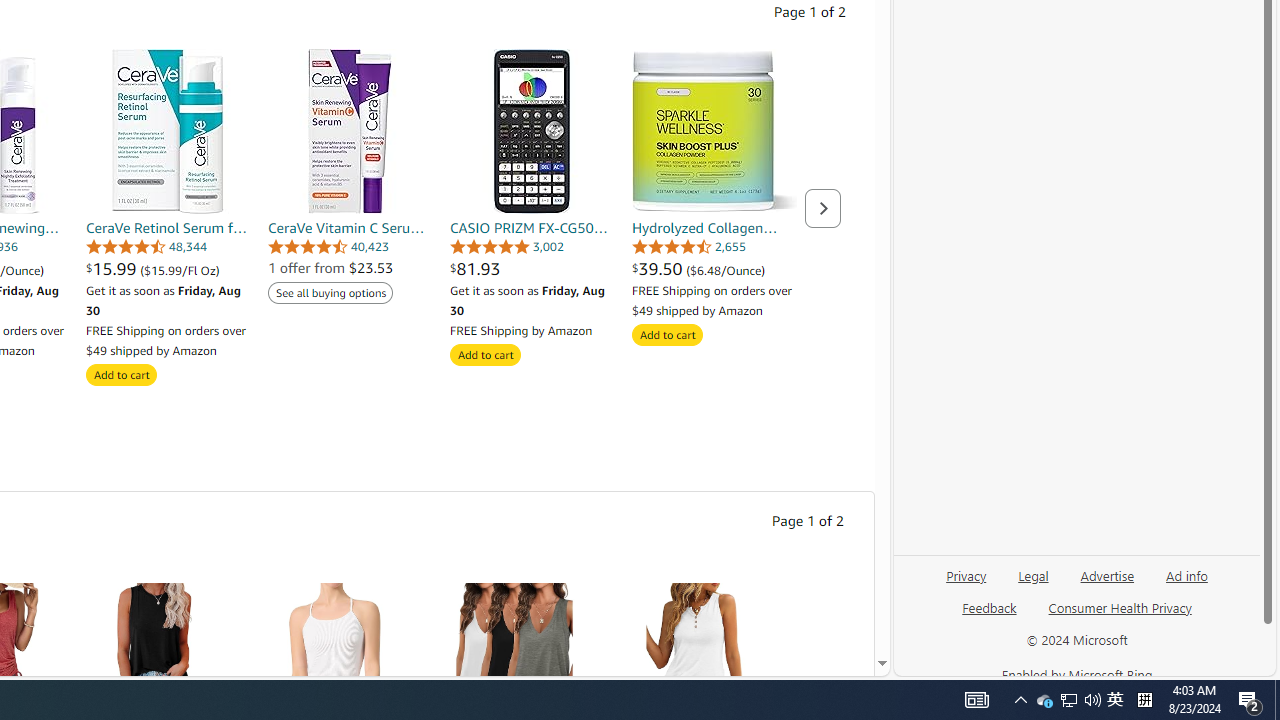 The image size is (1280, 720). Describe the element at coordinates (1120, 614) in the screenshot. I see `'Consumer Health Privacy'` at that location.